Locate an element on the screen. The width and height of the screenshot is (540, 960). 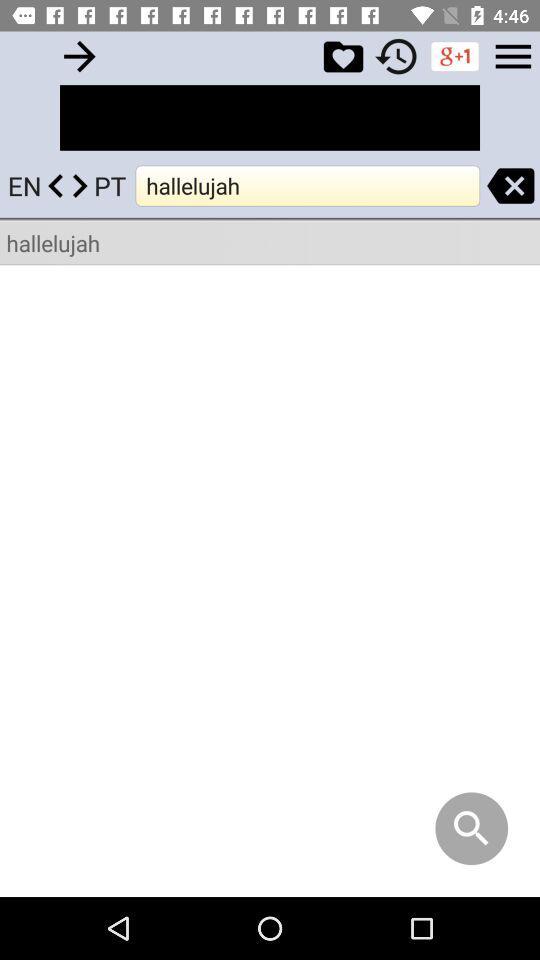
the menu icon is located at coordinates (513, 55).